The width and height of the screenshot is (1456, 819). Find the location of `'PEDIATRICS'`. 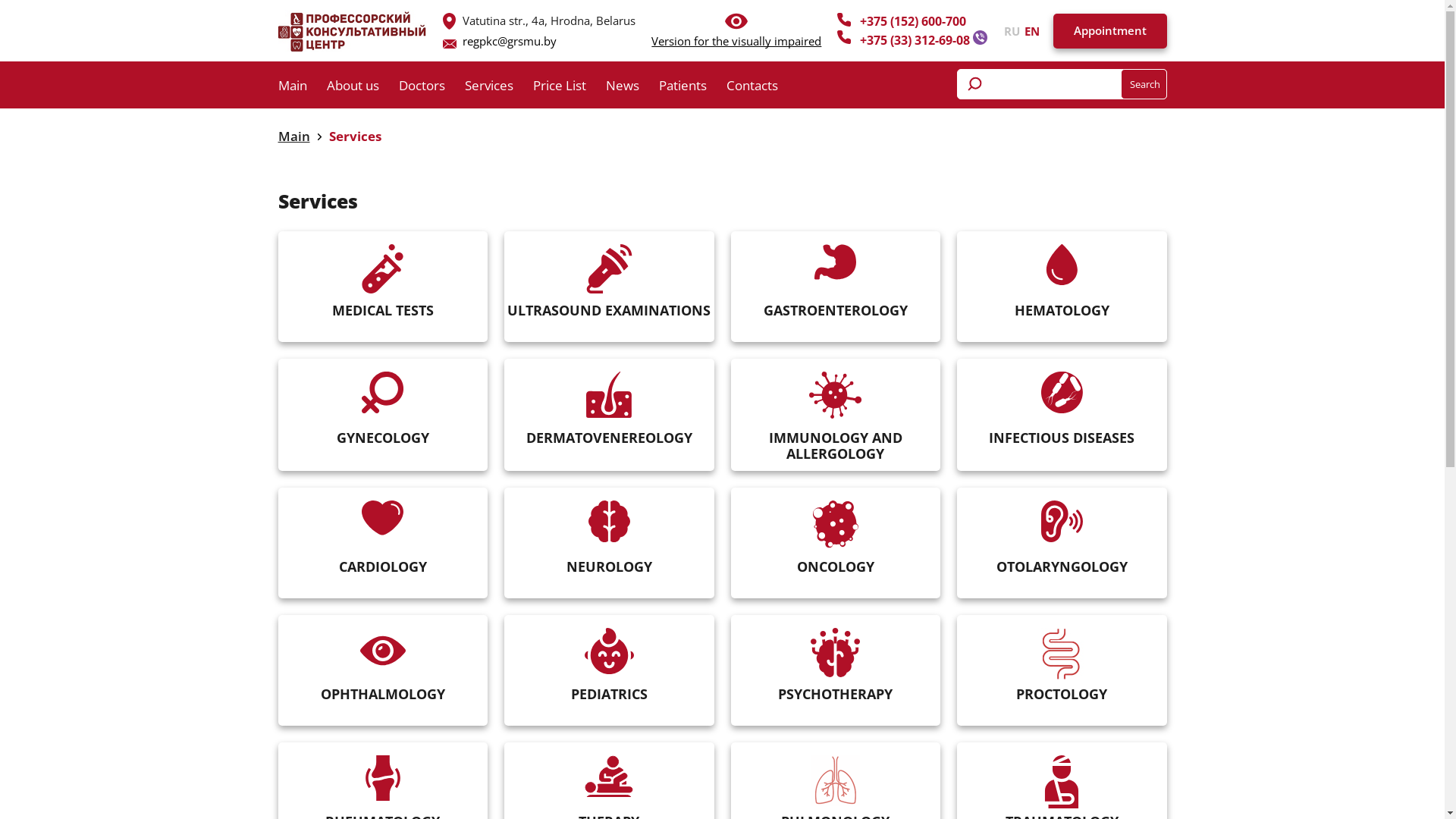

'PEDIATRICS' is located at coordinates (609, 670).